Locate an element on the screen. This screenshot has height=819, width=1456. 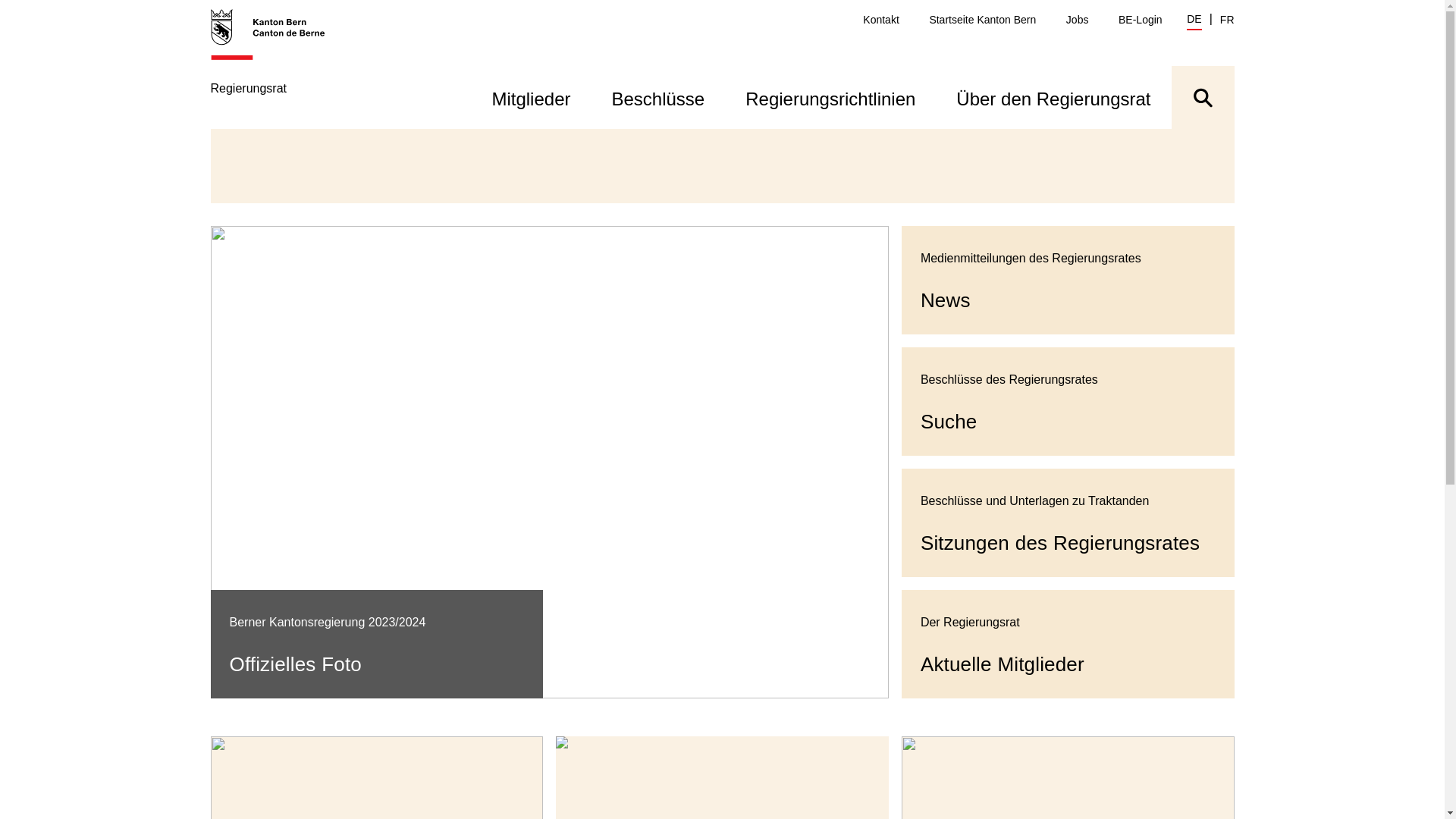
'Jobs' is located at coordinates (1076, 20).